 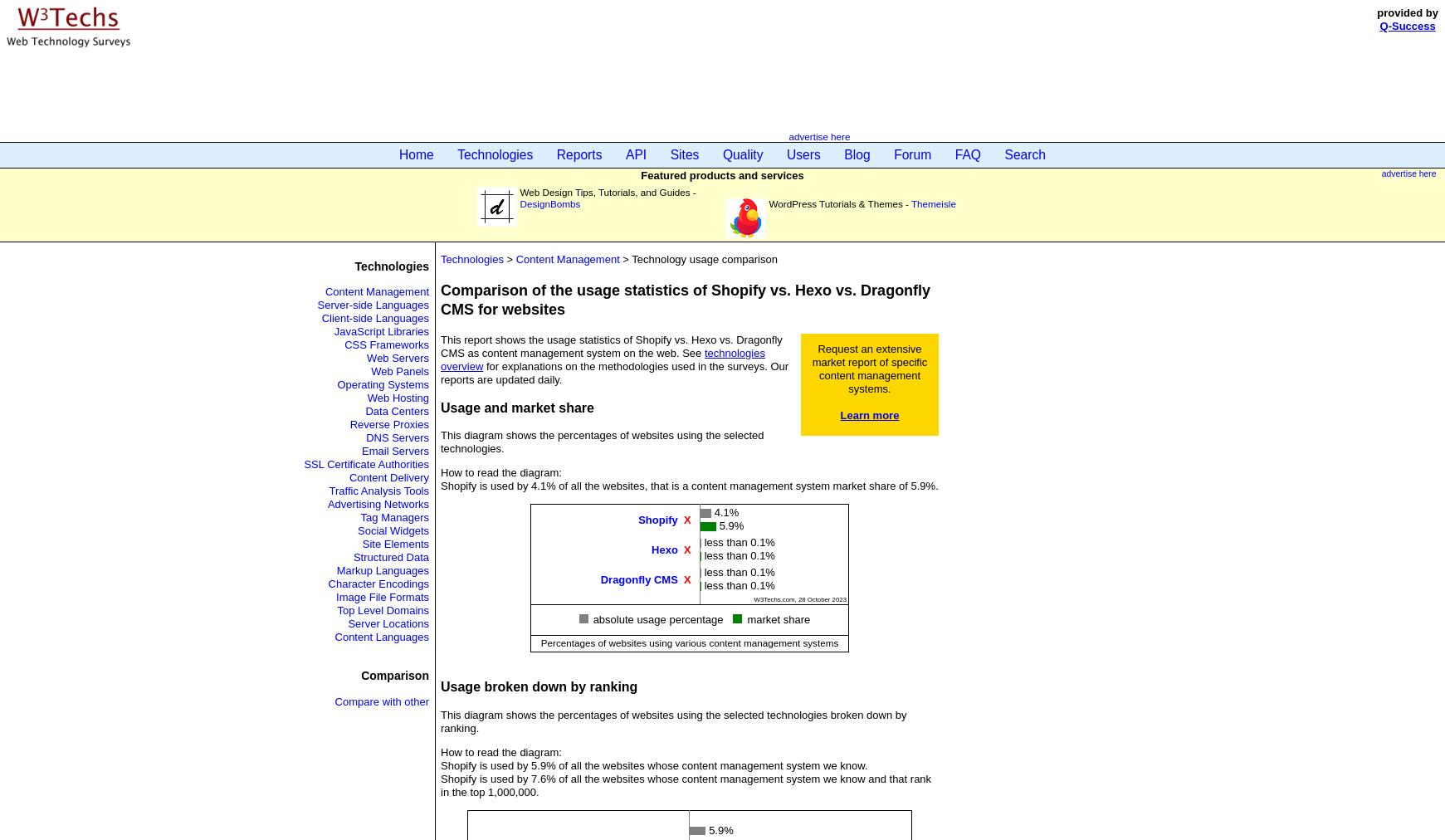 What do you see at coordinates (720, 174) in the screenshot?
I see `'Featured products and services'` at bounding box center [720, 174].